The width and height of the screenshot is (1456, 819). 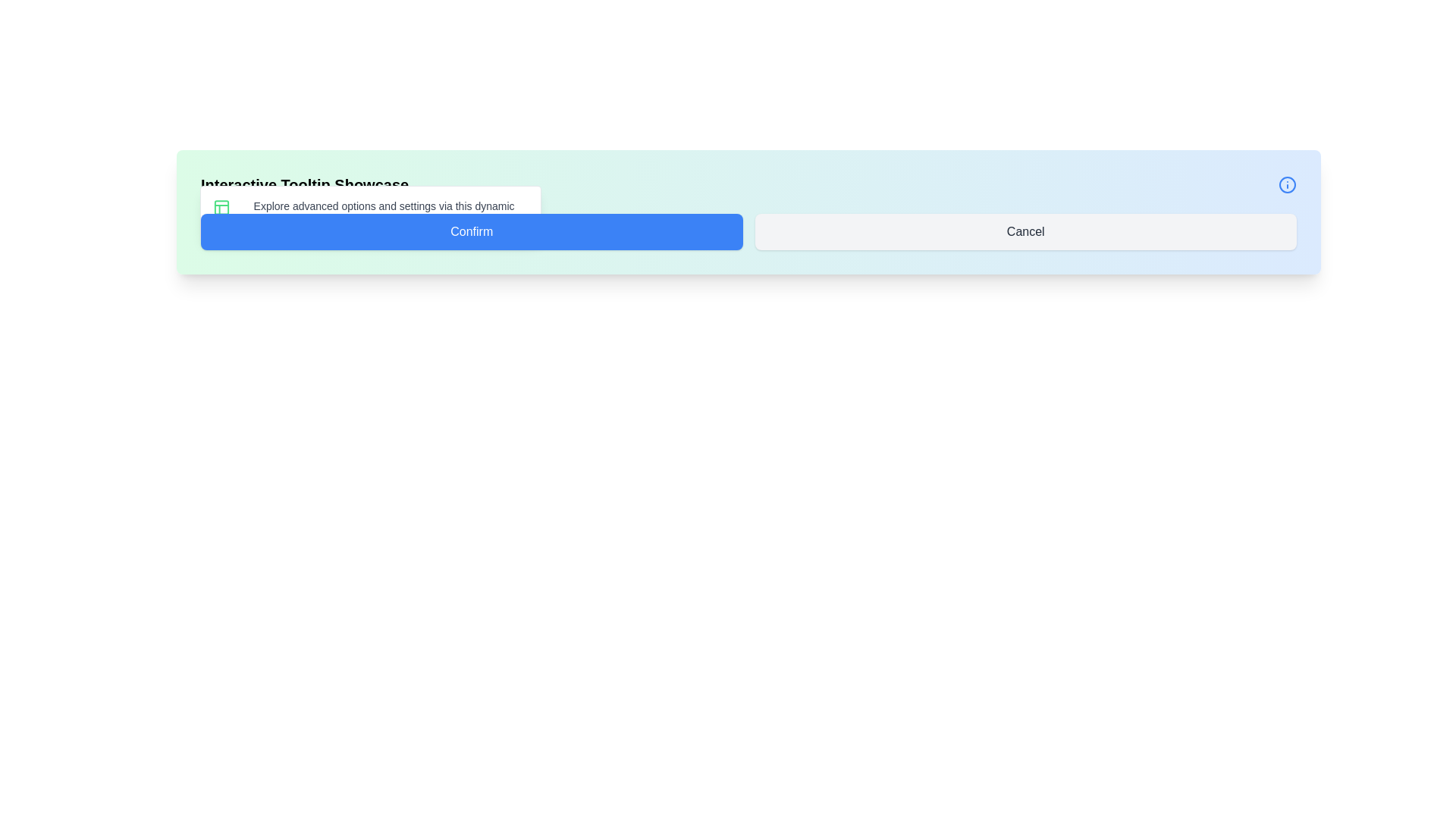 I want to click on the 'Cancel' button, which is a rectangular button with a light gray background and rounded corners, located to the right of the 'Confirm' button, so click(x=1025, y=231).